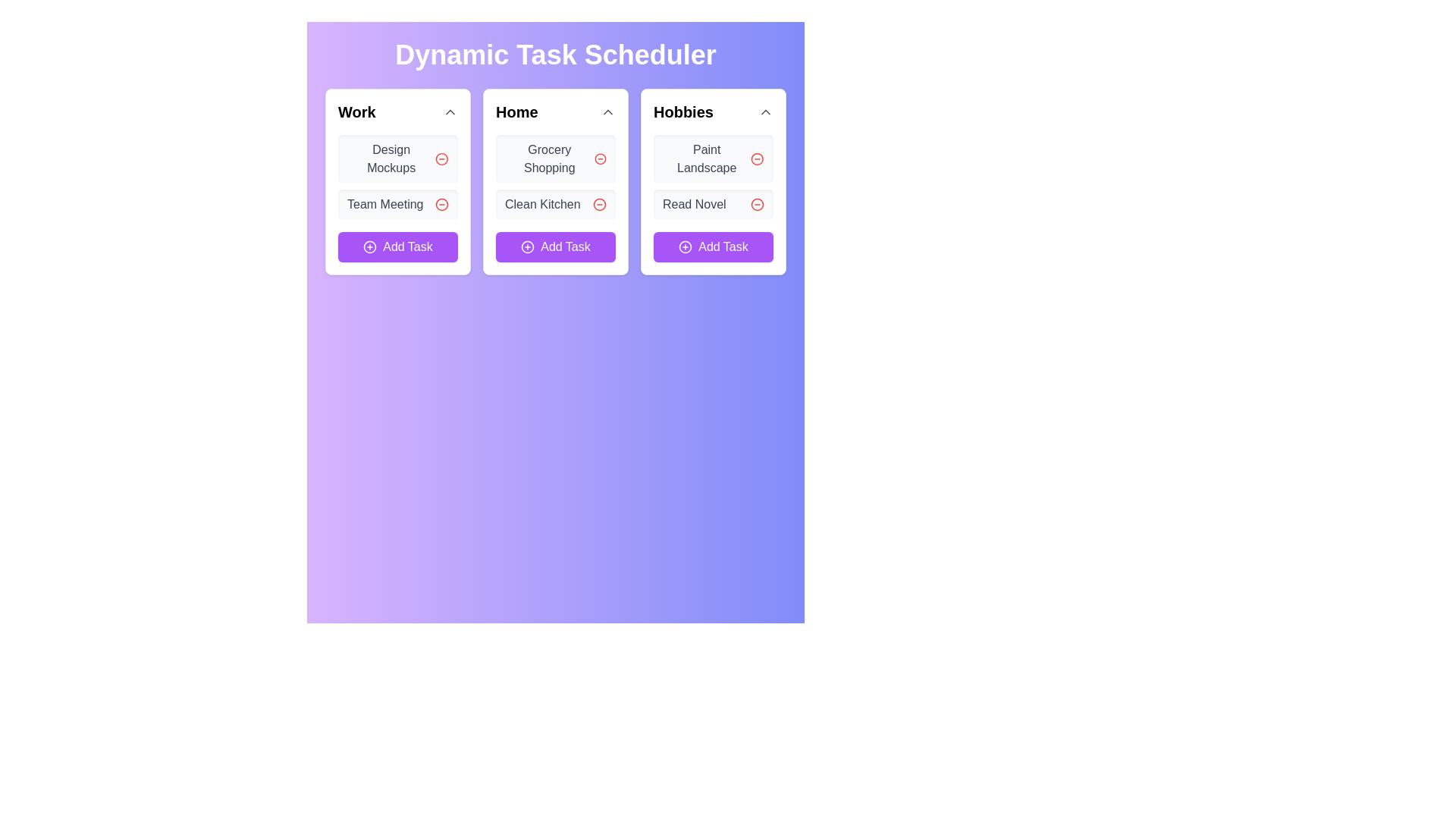  What do you see at coordinates (712, 205) in the screenshot?
I see `task name 'Read Novel' from the task item located in the 'Hobbies' section, which has a delete button represented by a minus icon on the right` at bounding box center [712, 205].